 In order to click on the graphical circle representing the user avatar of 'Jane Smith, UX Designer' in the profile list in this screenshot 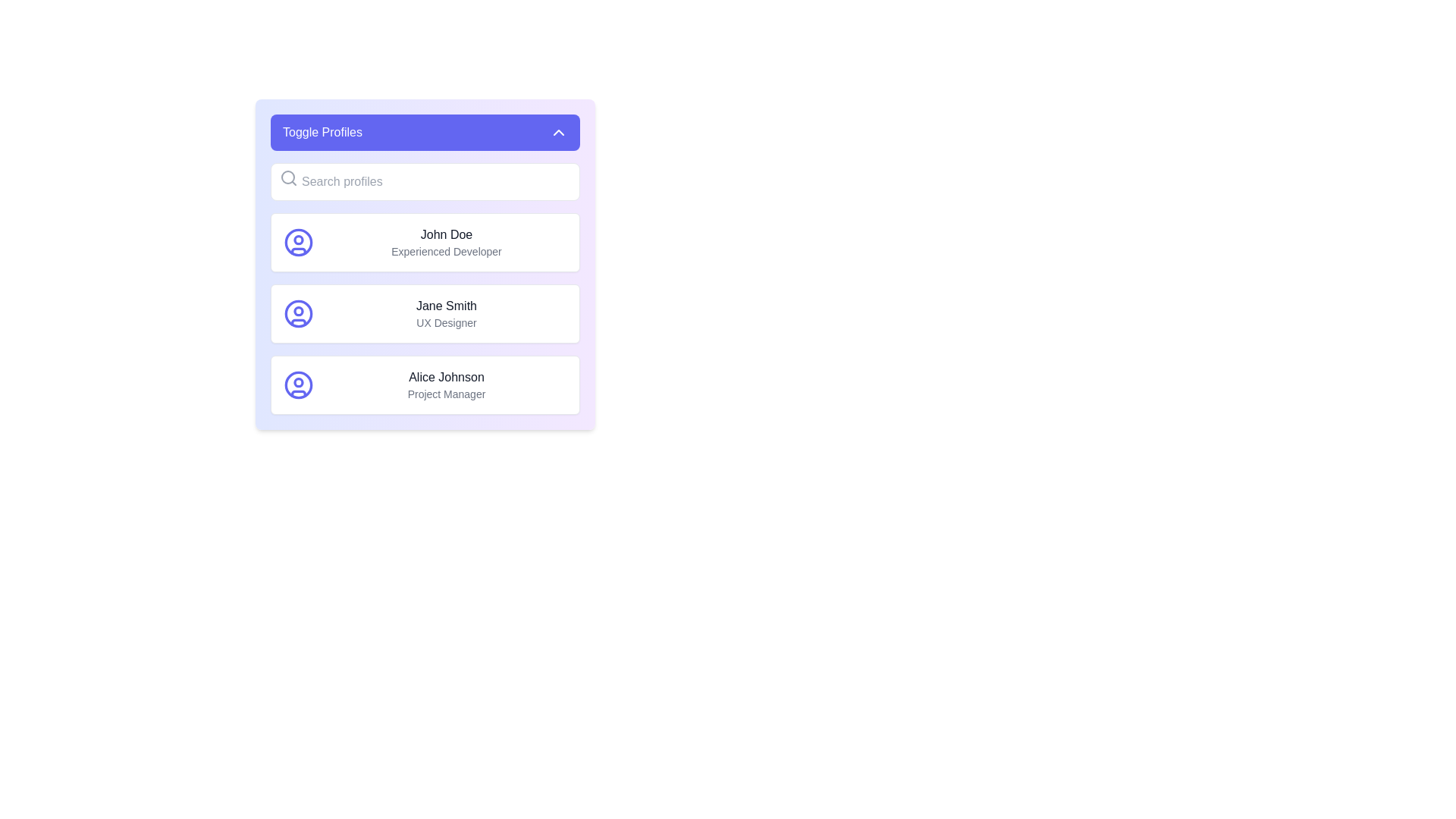, I will do `click(298, 312)`.